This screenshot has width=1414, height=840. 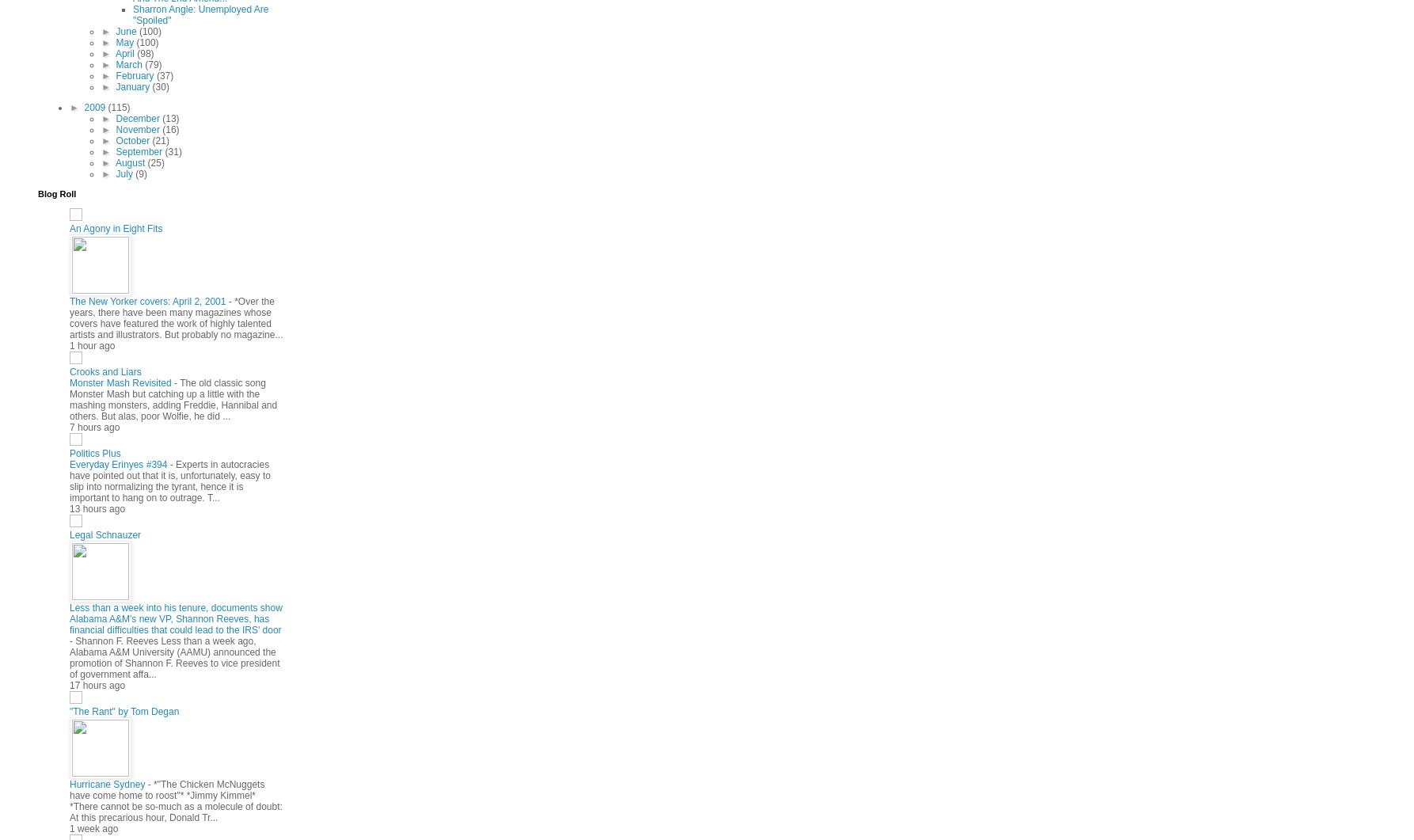 What do you see at coordinates (169, 128) in the screenshot?
I see `'(16)'` at bounding box center [169, 128].